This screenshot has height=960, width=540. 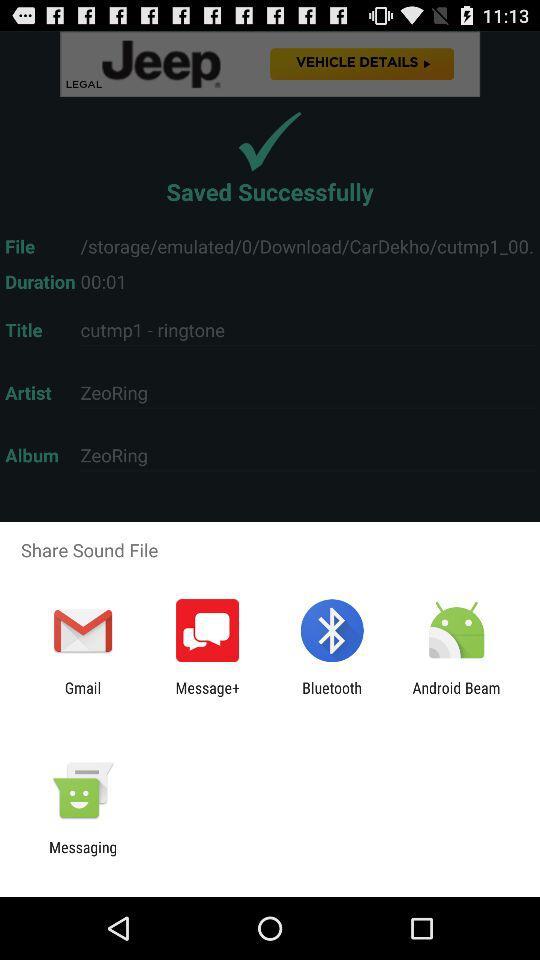 I want to click on messaging, so click(x=82, y=855).